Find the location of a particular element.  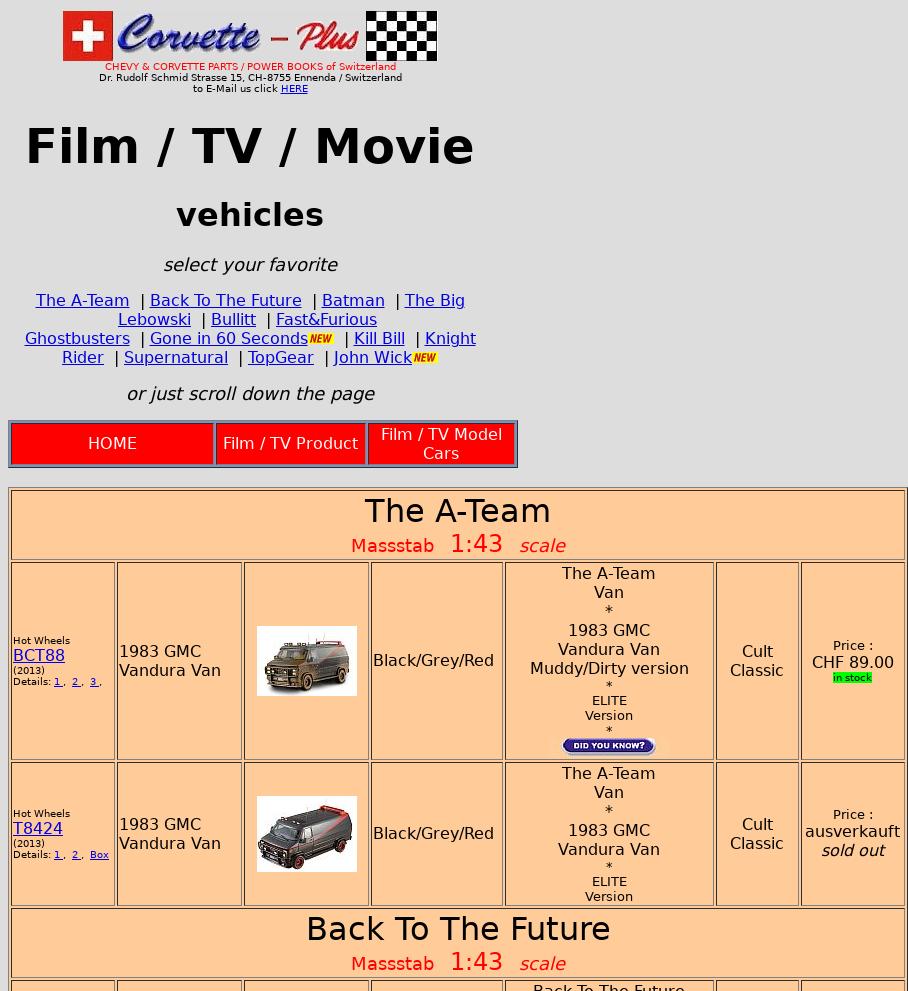

'BCT88' is located at coordinates (39, 653).